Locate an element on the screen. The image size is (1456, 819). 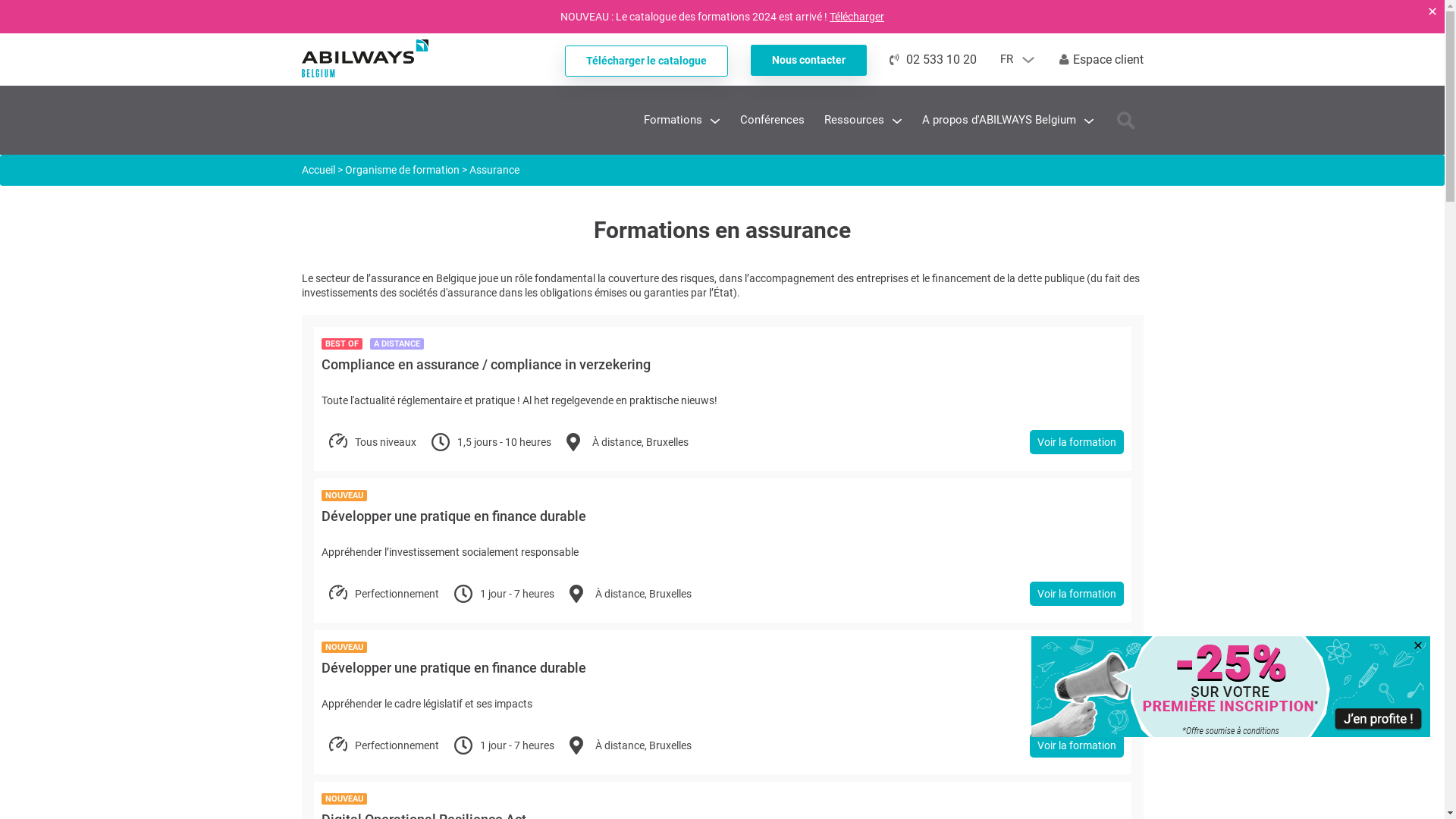
'02 533 10 20' is located at coordinates (932, 58).